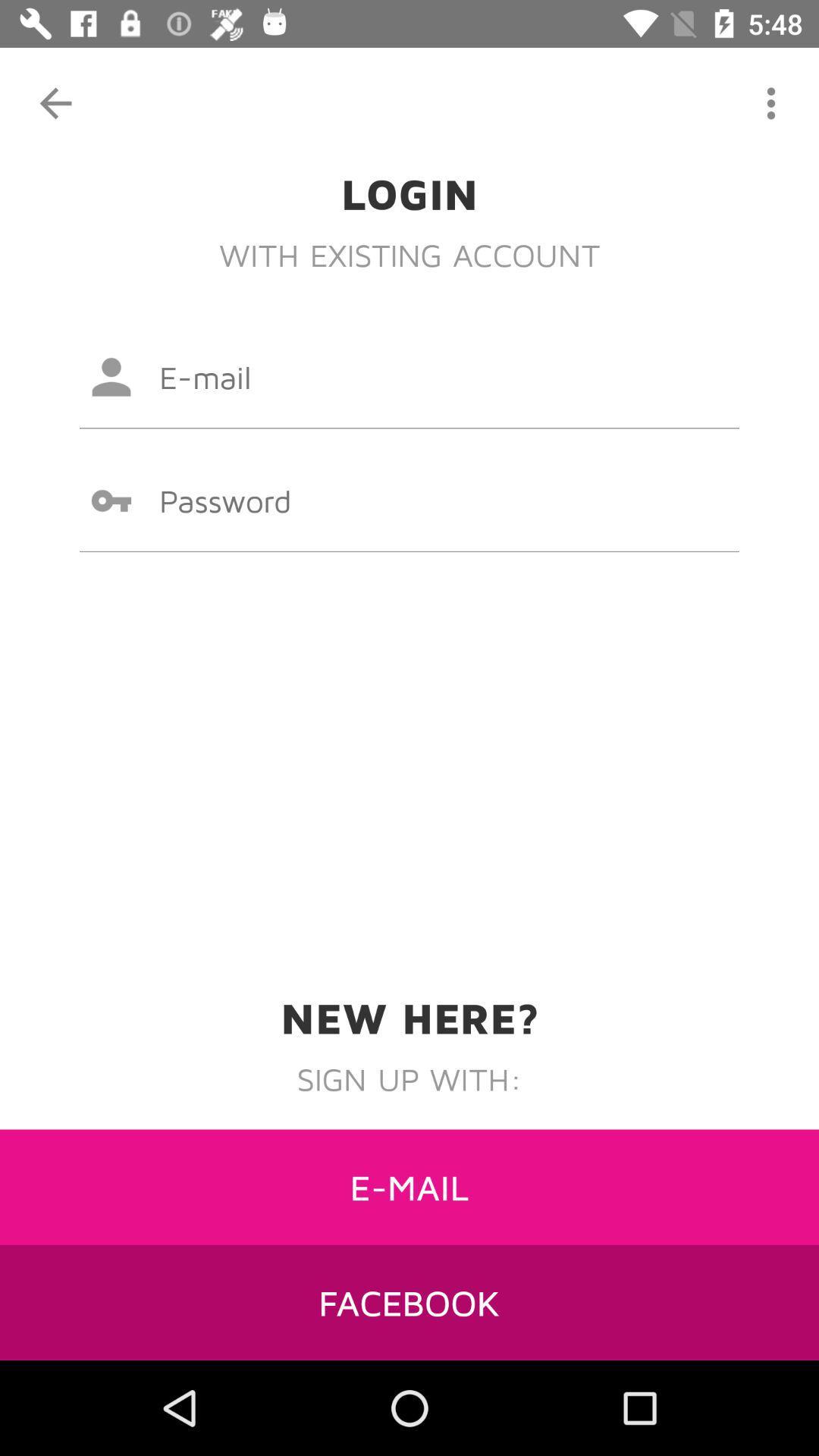 This screenshot has height=1456, width=819. What do you see at coordinates (409, 500) in the screenshot?
I see `password` at bounding box center [409, 500].